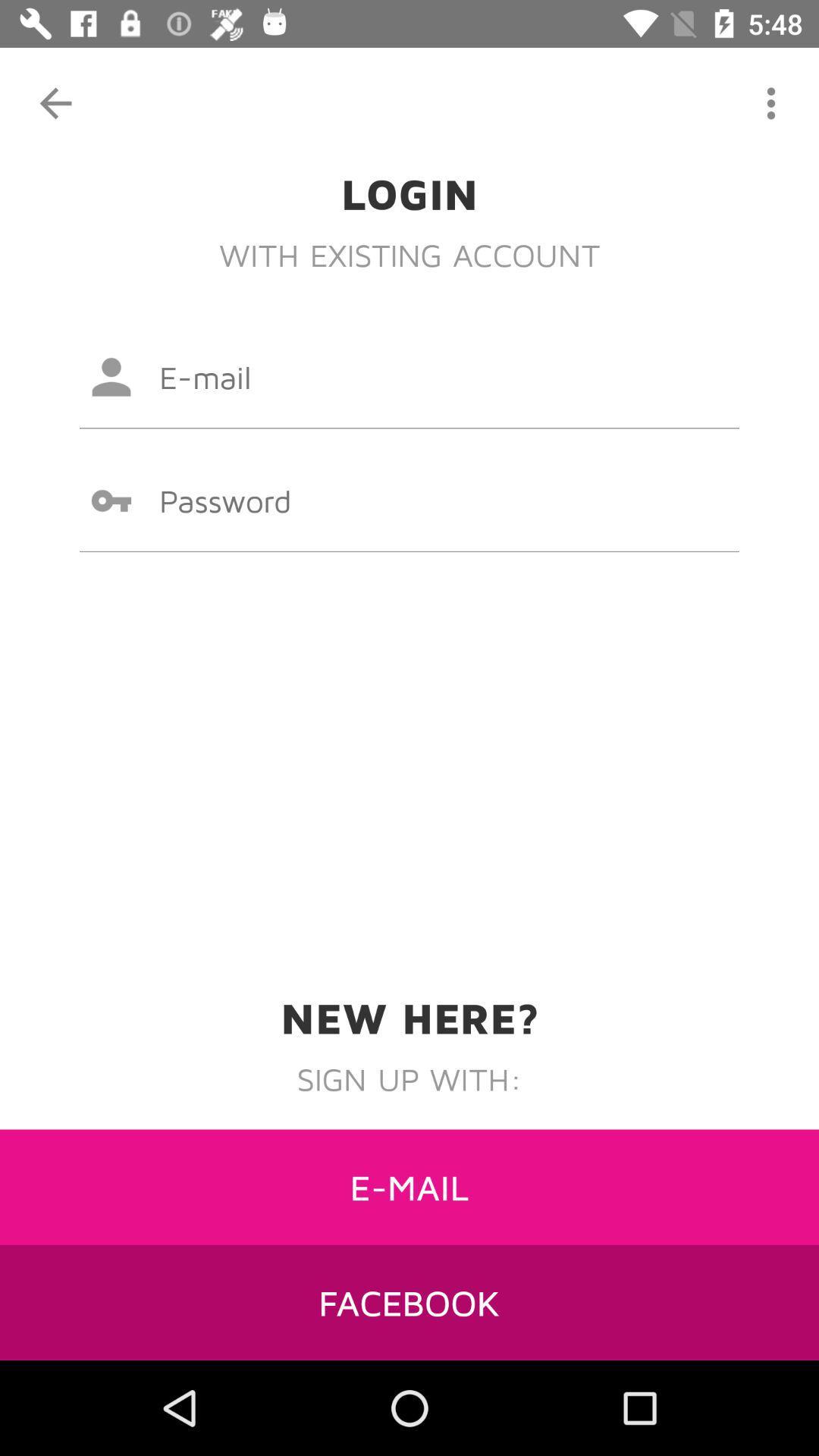 This screenshot has height=1456, width=819. What do you see at coordinates (409, 500) in the screenshot?
I see `password` at bounding box center [409, 500].